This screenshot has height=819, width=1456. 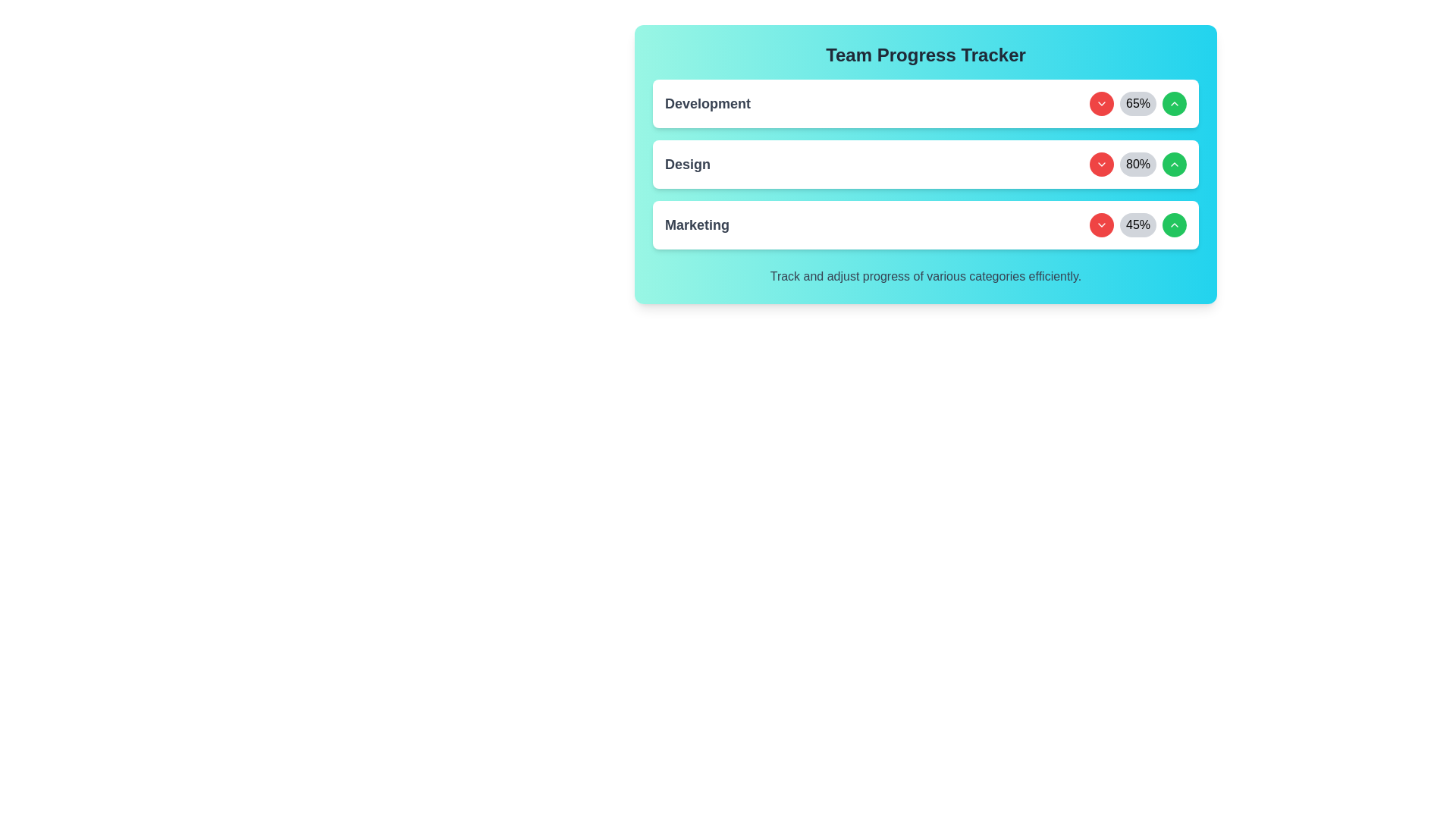 What do you see at coordinates (707, 103) in the screenshot?
I see `the Text element displaying 'Development' in bold on a white background card with rounded edges, located in the first card of a vertically stacked list` at bounding box center [707, 103].